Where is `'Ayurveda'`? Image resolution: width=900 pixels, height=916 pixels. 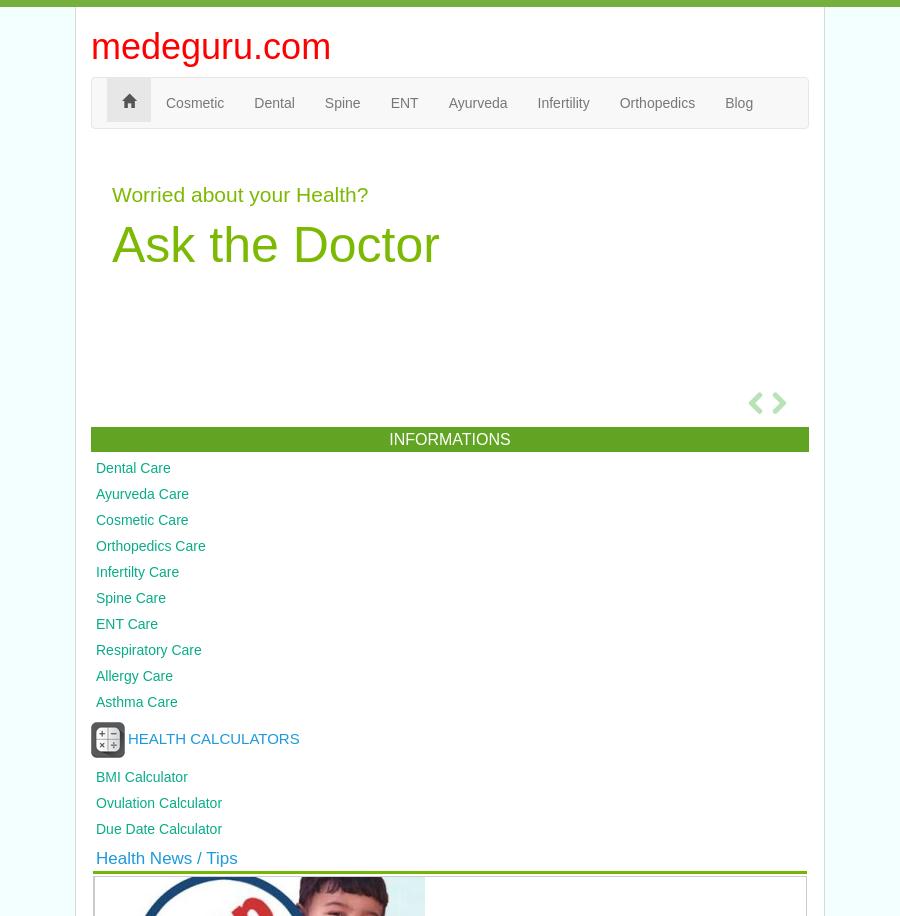
'Ayurveda' is located at coordinates (476, 101).